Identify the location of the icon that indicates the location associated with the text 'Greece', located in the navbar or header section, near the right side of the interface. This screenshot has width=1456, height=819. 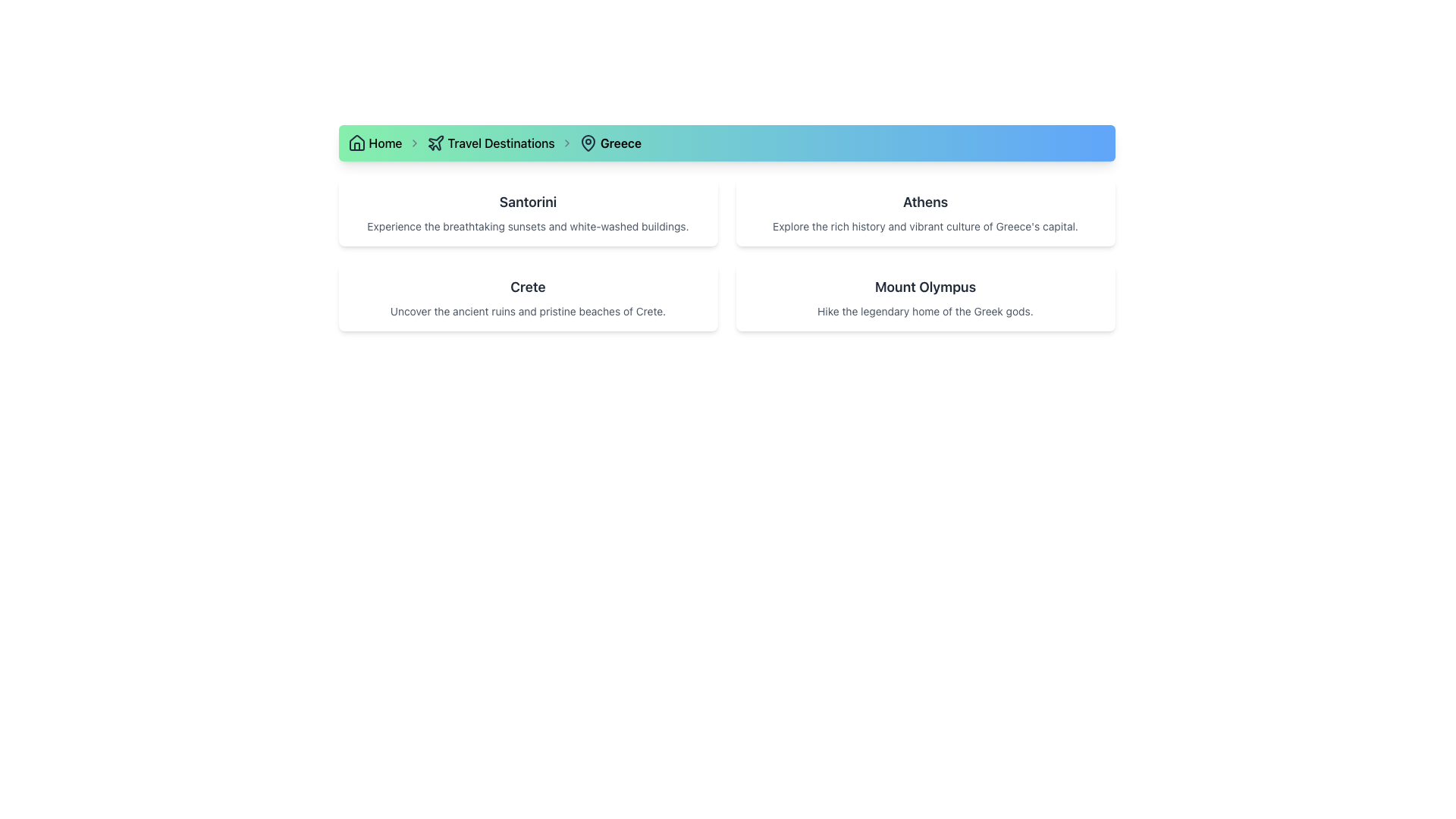
(587, 143).